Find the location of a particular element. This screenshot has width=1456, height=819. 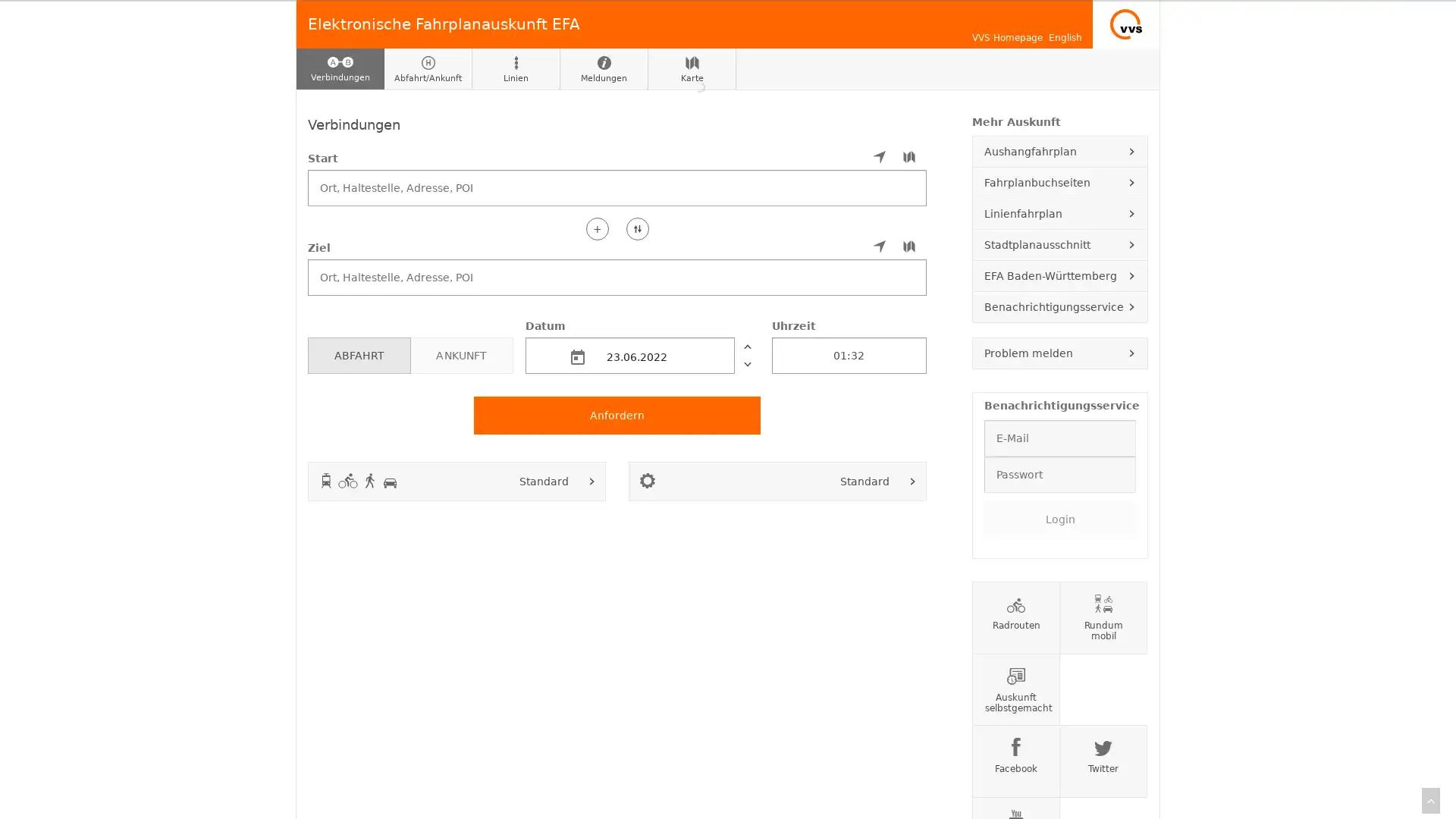

Abfahrt/Ankunft is located at coordinates (428, 69).